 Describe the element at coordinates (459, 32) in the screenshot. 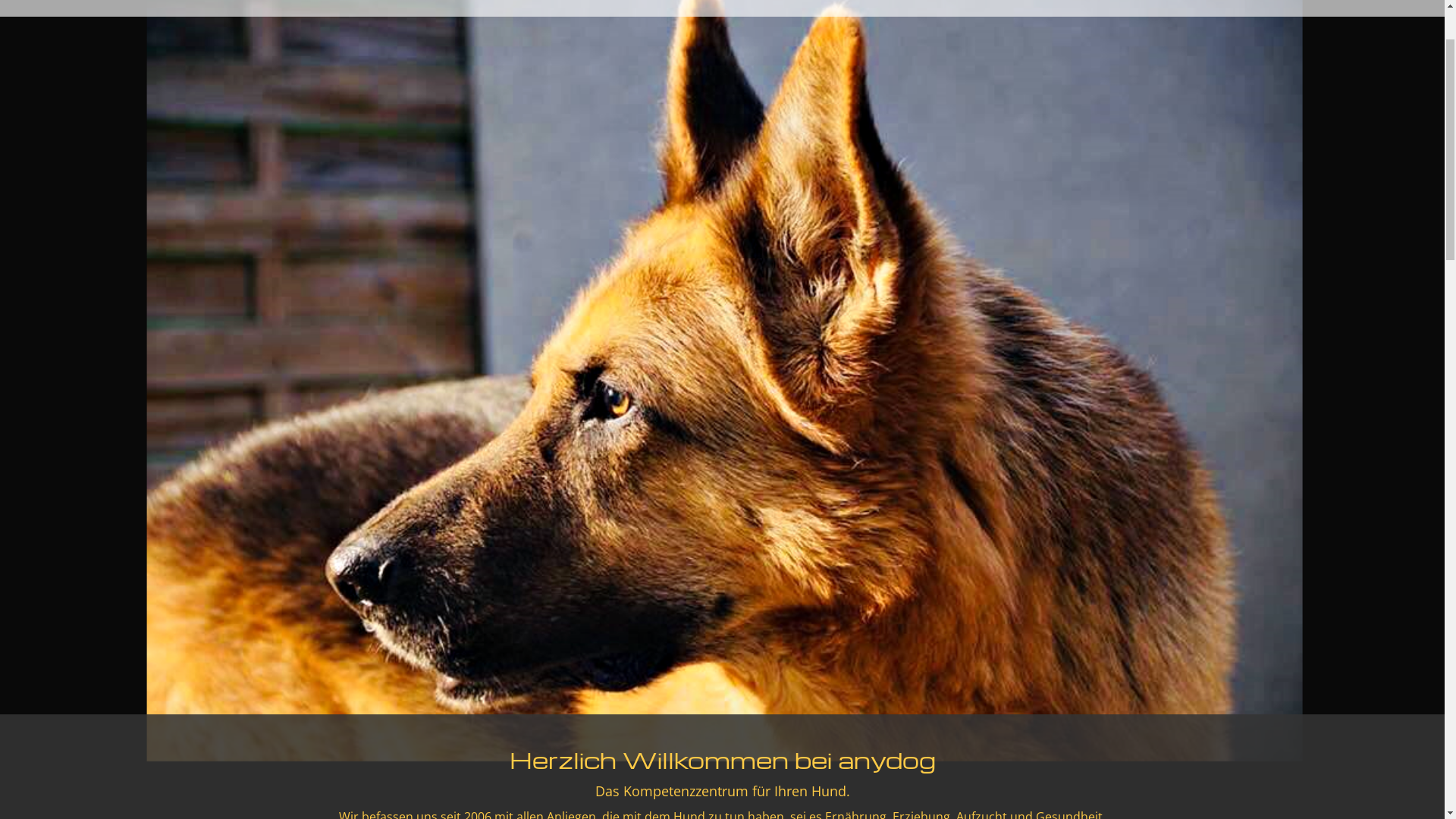

I see `'Hundewellness'` at that location.